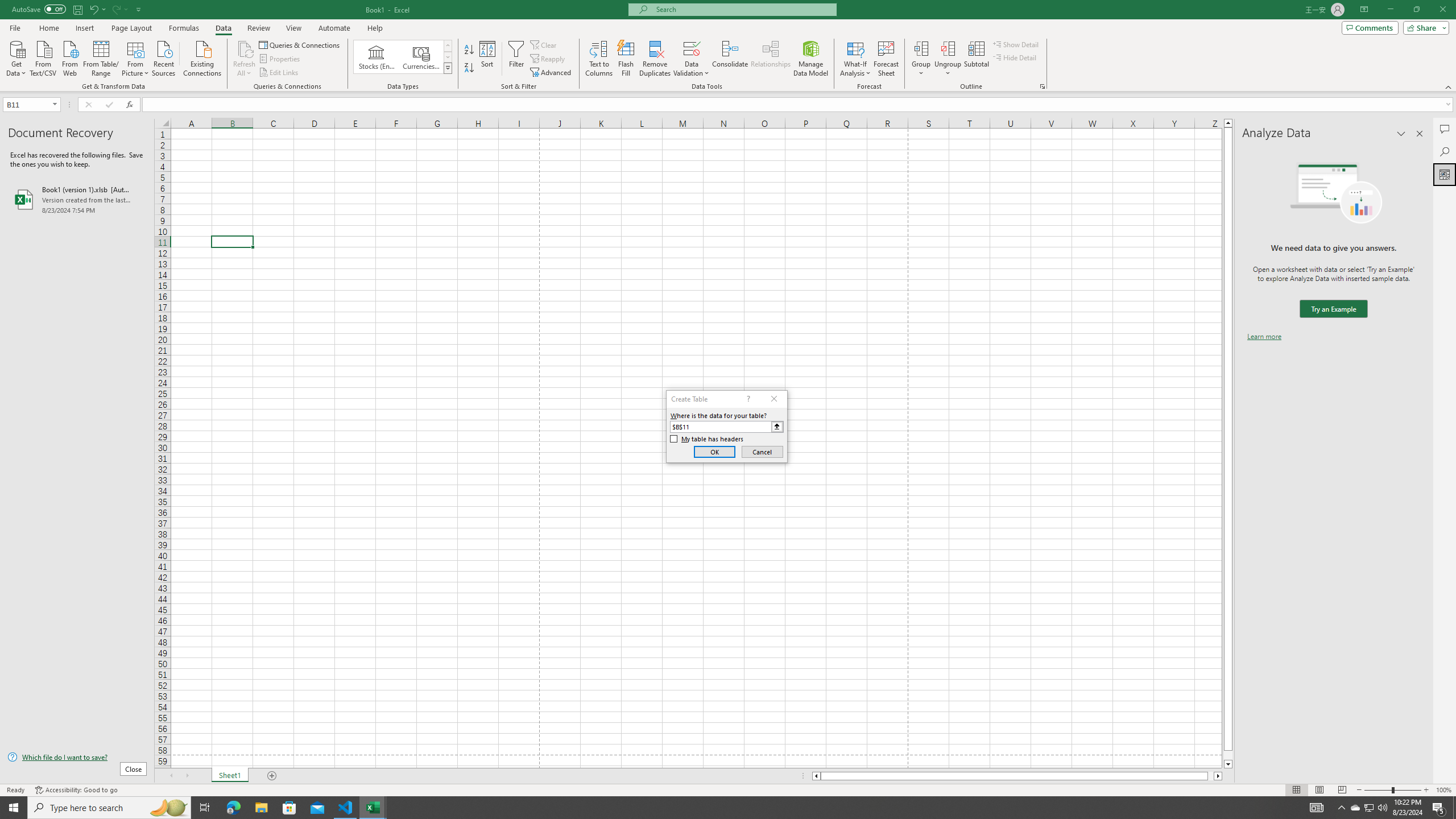 The height and width of the screenshot is (819, 1456). Describe the element at coordinates (1392, 790) in the screenshot. I see `'Zoom'` at that location.